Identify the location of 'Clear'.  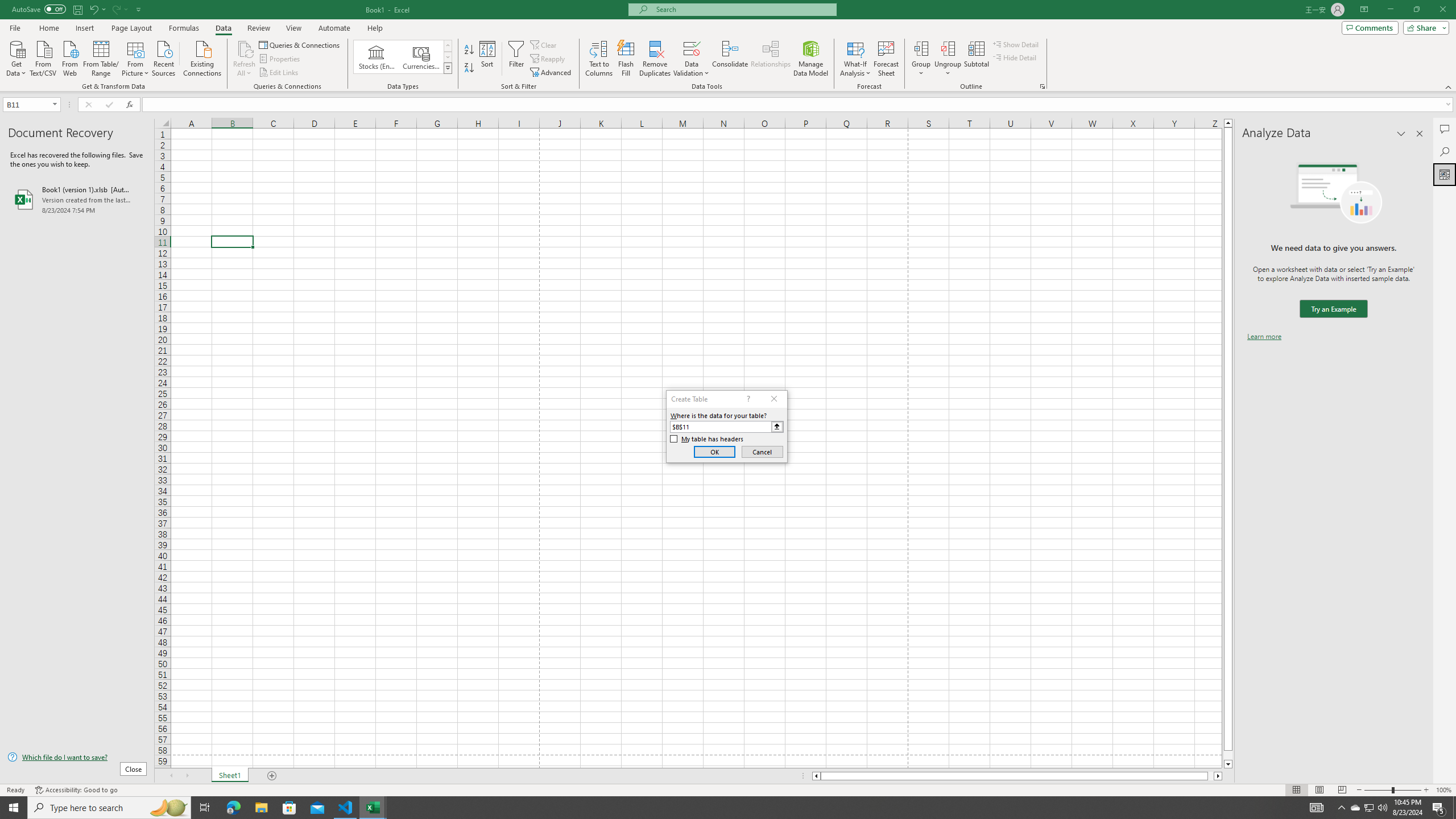
(544, 44).